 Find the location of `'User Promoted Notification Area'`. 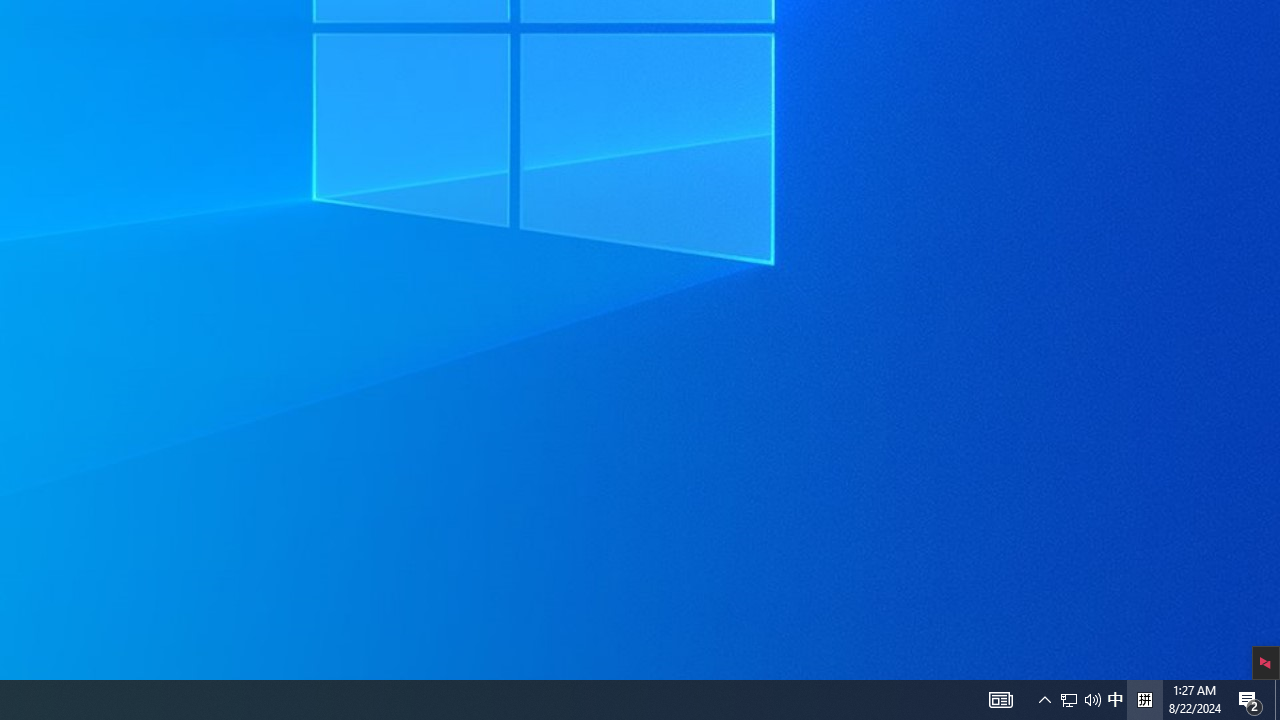

'User Promoted Notification Area' is located at coordinates (1079, 698).